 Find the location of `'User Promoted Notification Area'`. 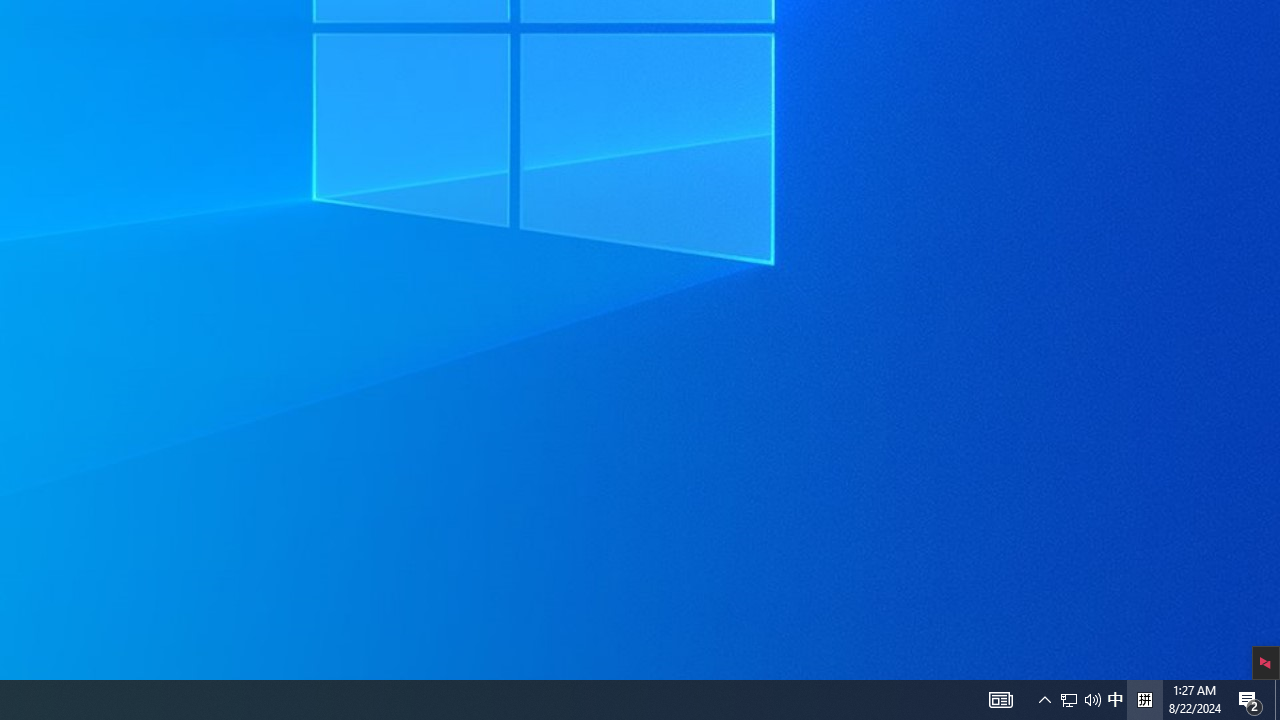

'User Promoted Notification Area' is located at coordinates (1079, 698).